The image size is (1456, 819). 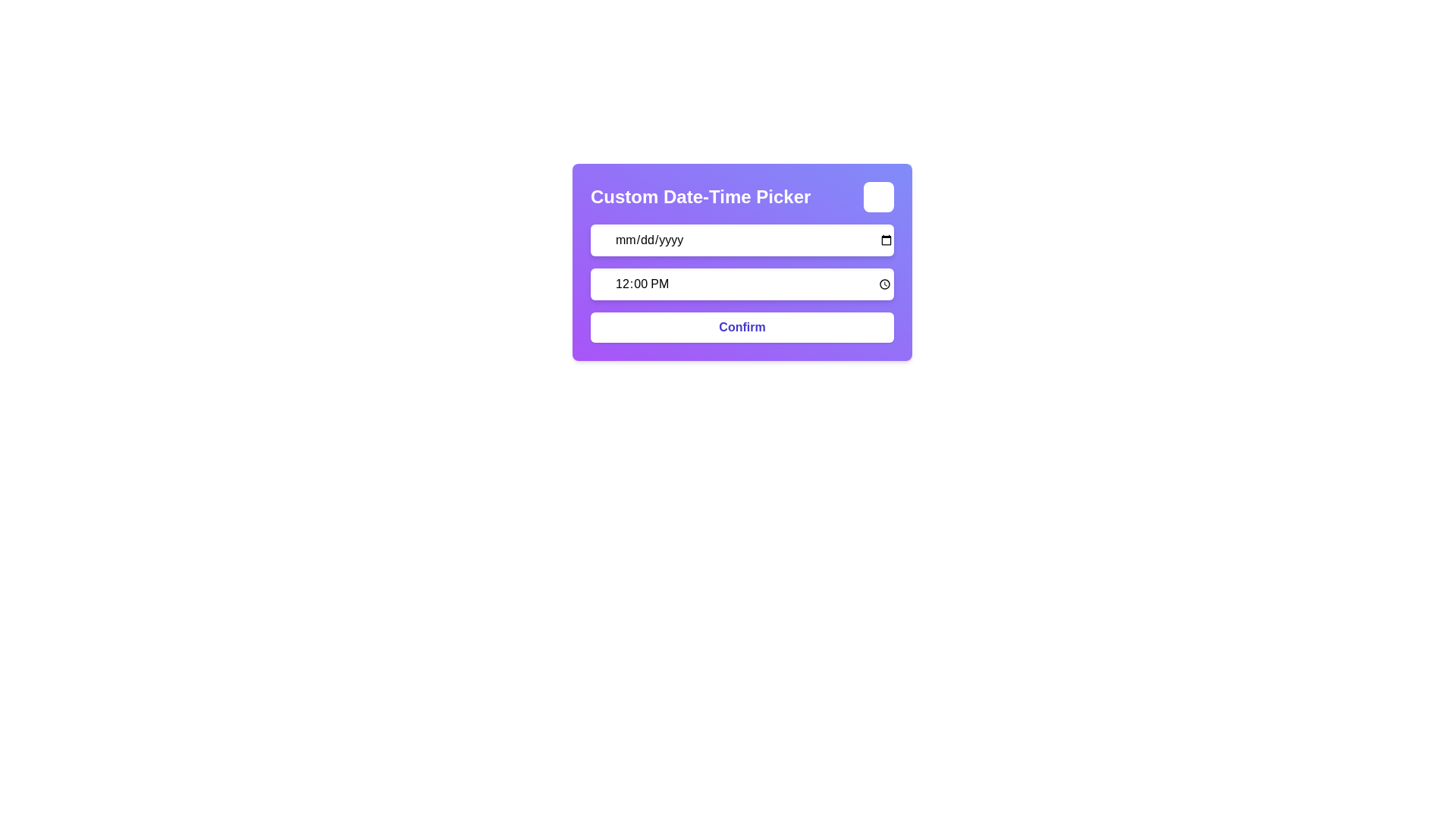 What do you see at coordinates (742, 239) in the screenshot?
I see `the Date Input Field at the top part of the form dialog` at bounding box center [742, 239].